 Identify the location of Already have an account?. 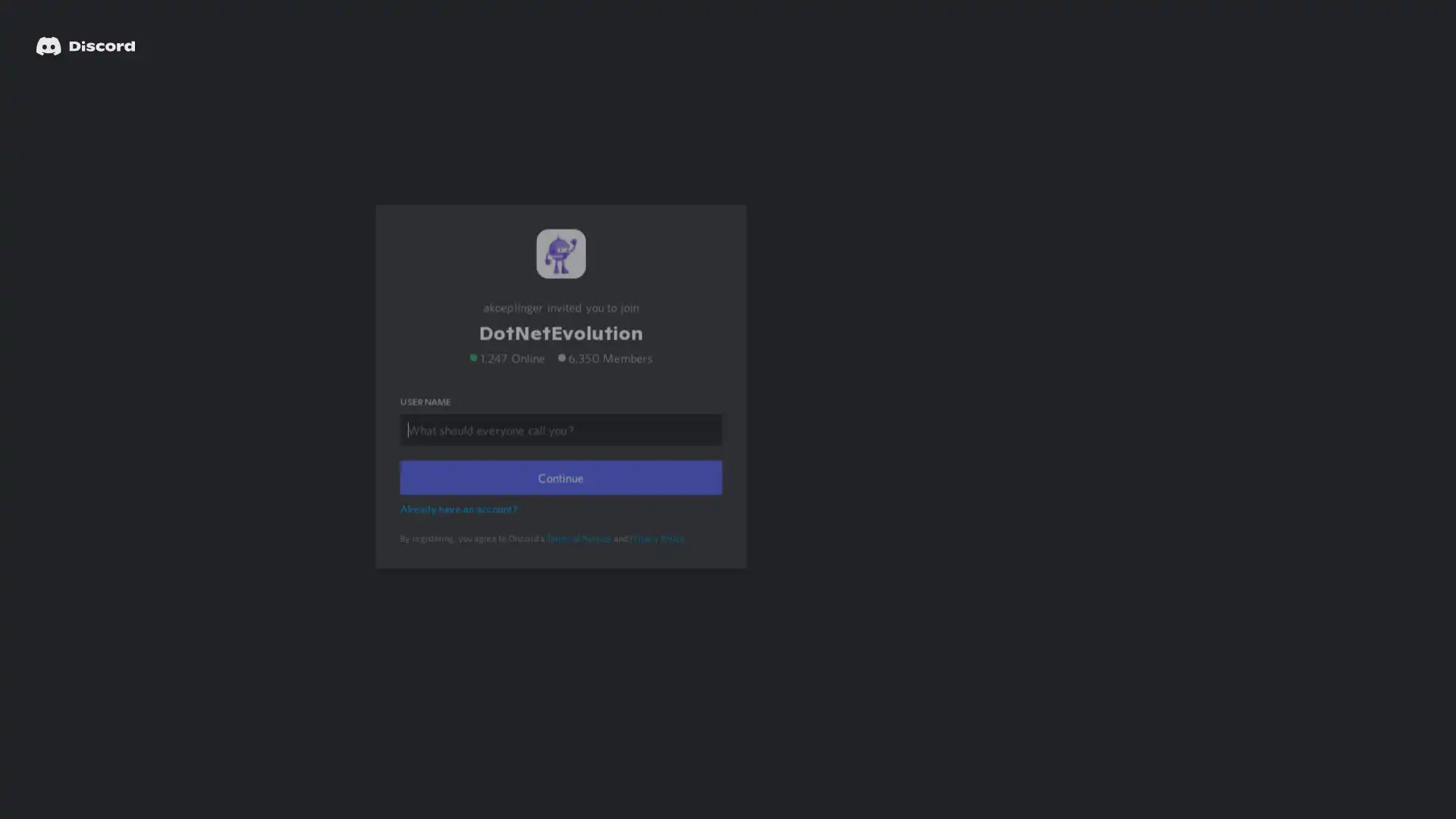
(460, 528).